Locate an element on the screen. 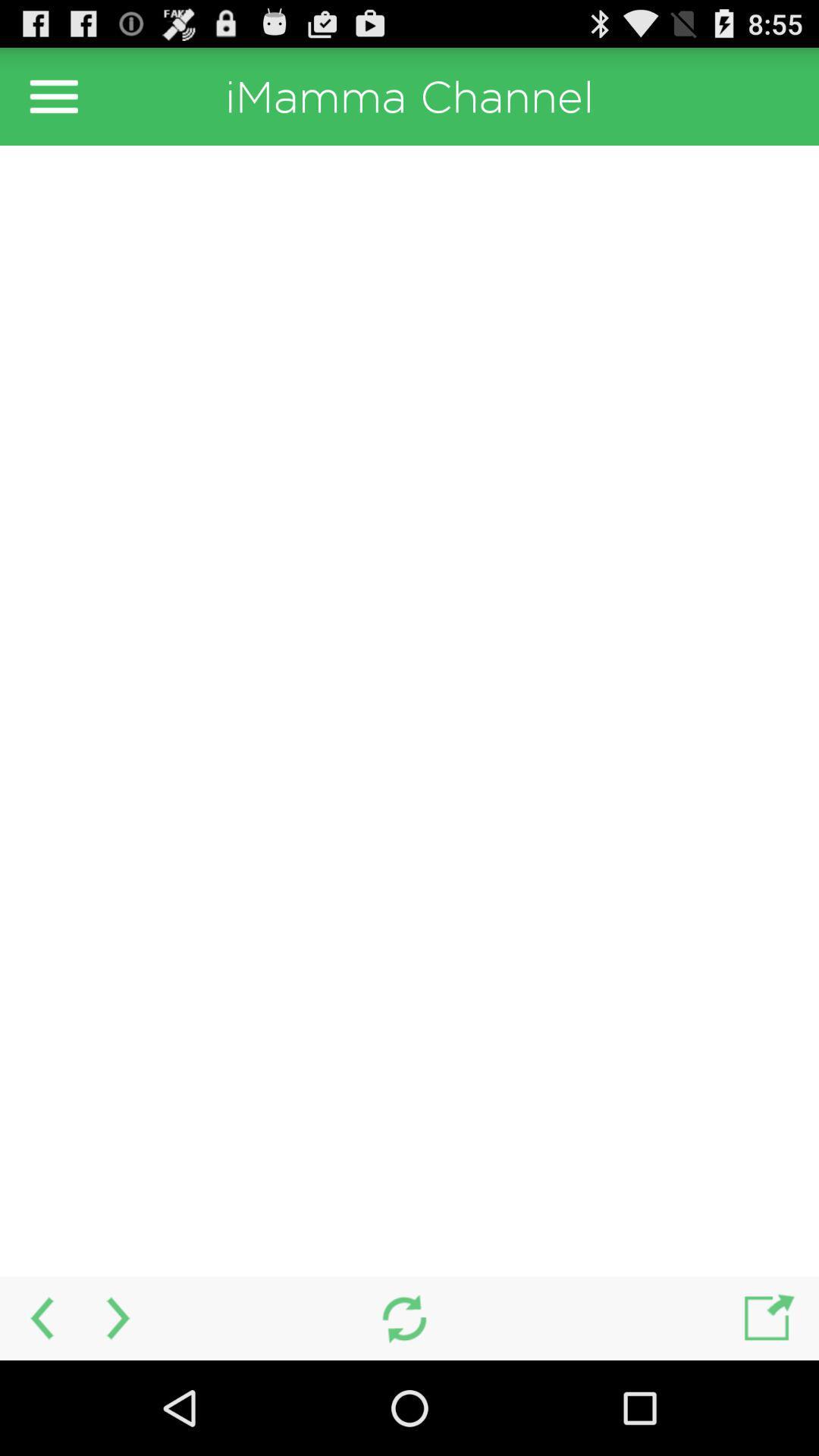 Image resolution: width=819 pixels, height=1456 pixels. refresh option is located at coordinates (403, 1317).